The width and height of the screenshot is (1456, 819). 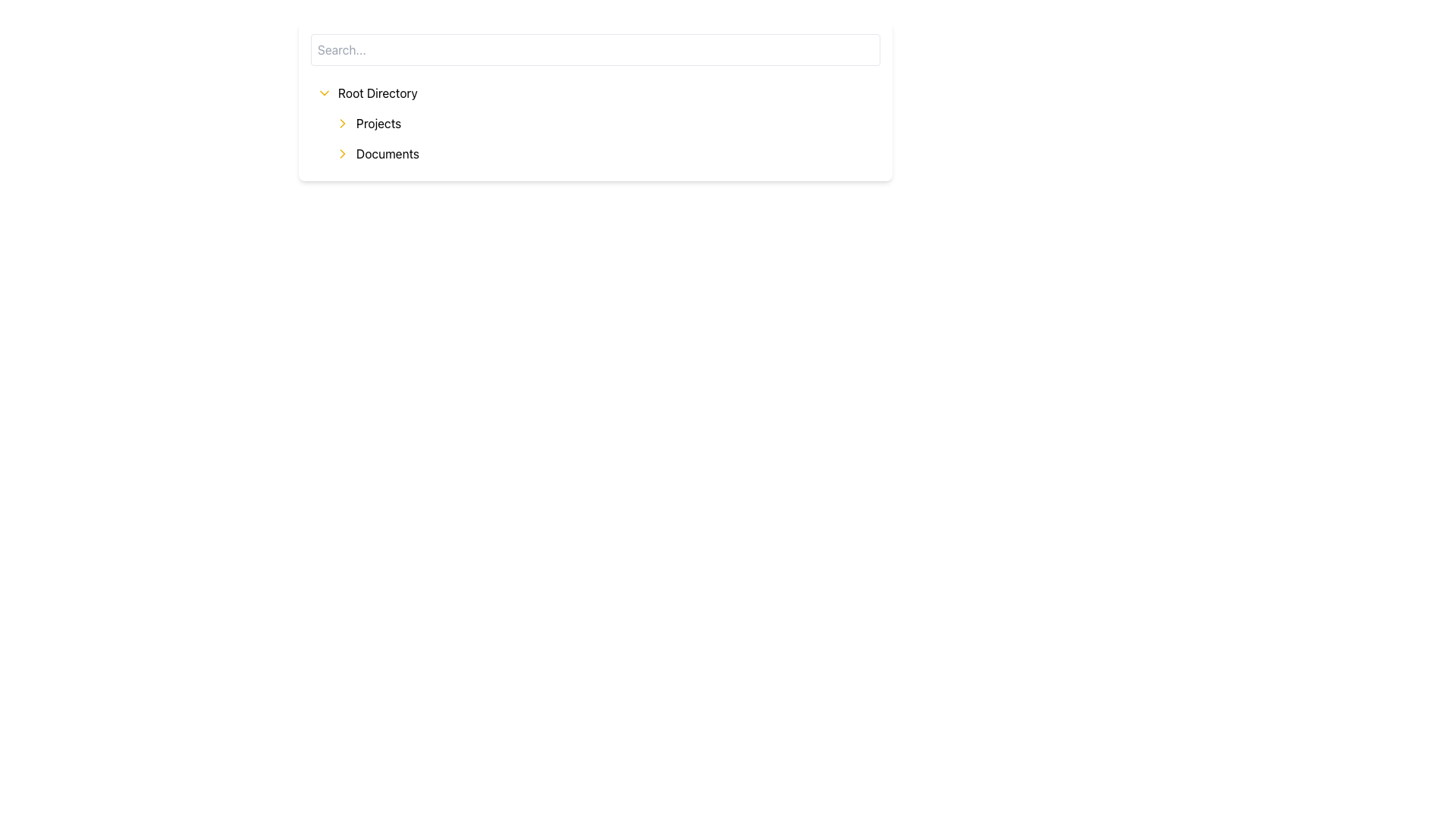 I want to click on the leftmost chevron arrow icon next to the 'Documents' text, so click(x=341, y=154).